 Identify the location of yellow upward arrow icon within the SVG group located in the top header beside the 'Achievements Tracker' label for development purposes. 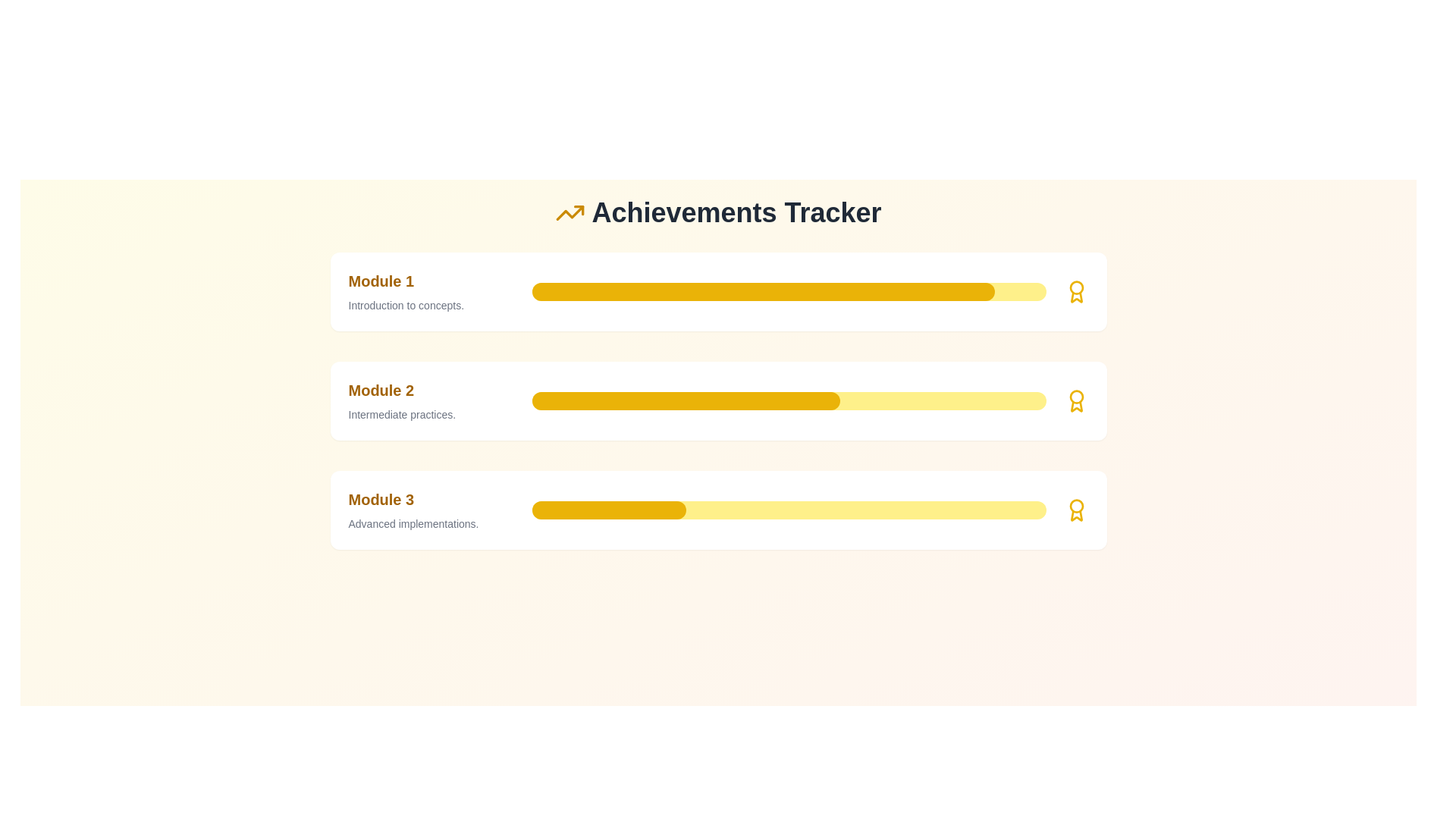
(578, 210).